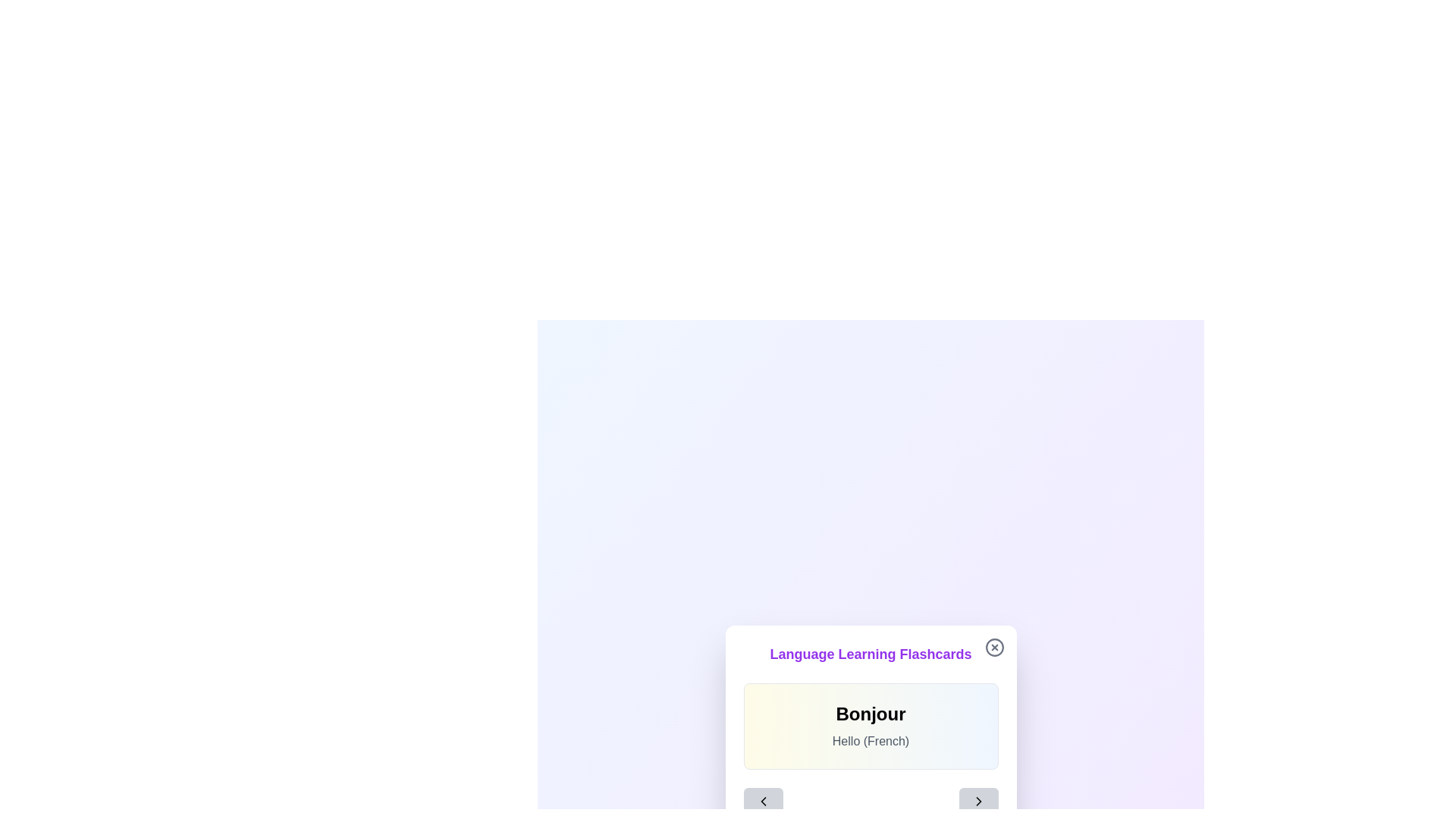 This screenshot has width=1456, height=819. What do you see at coordinates (871, 654) in the screenshot?
I see `static text displaying 'Language Learning Flashcards' which is prominently styled in bold purple color, located at the center of the interface above the text 'BonjourHello (French).'` at bounding box center [871, 654].